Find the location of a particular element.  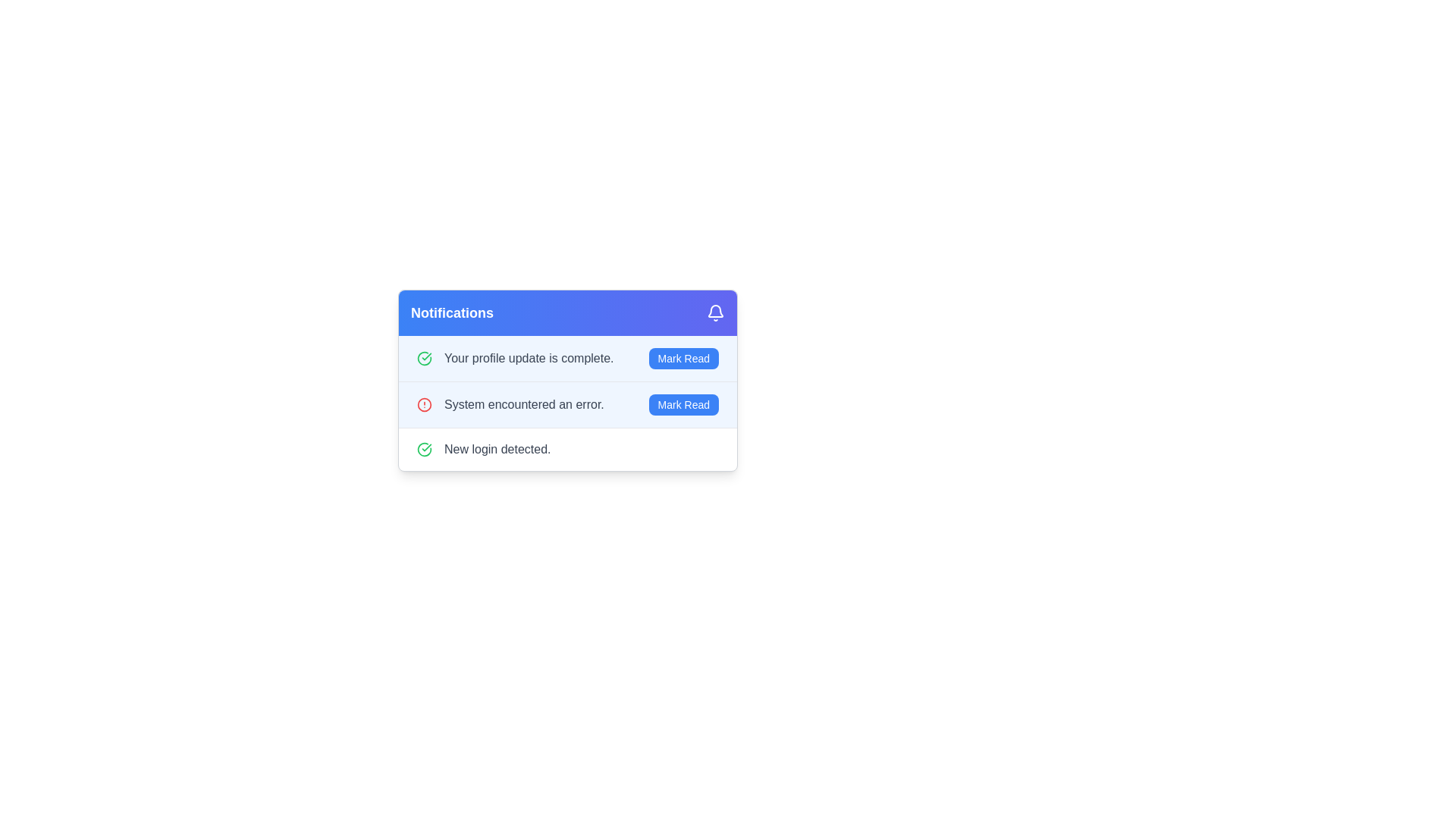

the bell-shaped notification icon located in the top-right corner of the header section labeled 'Notifications' is located at coordinates (715, 312).